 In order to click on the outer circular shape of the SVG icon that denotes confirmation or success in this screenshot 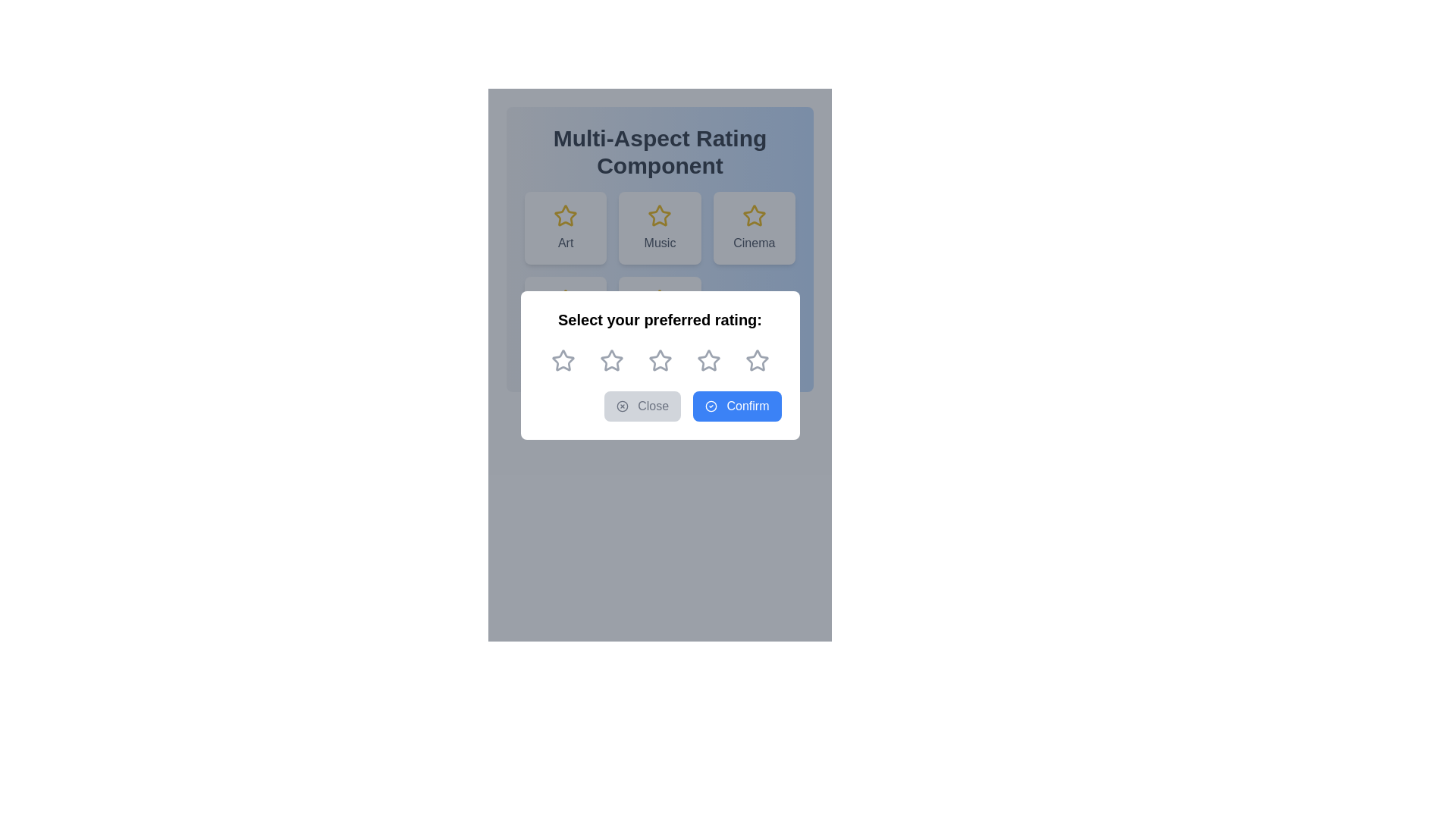, I will do `click(711, 406)`.